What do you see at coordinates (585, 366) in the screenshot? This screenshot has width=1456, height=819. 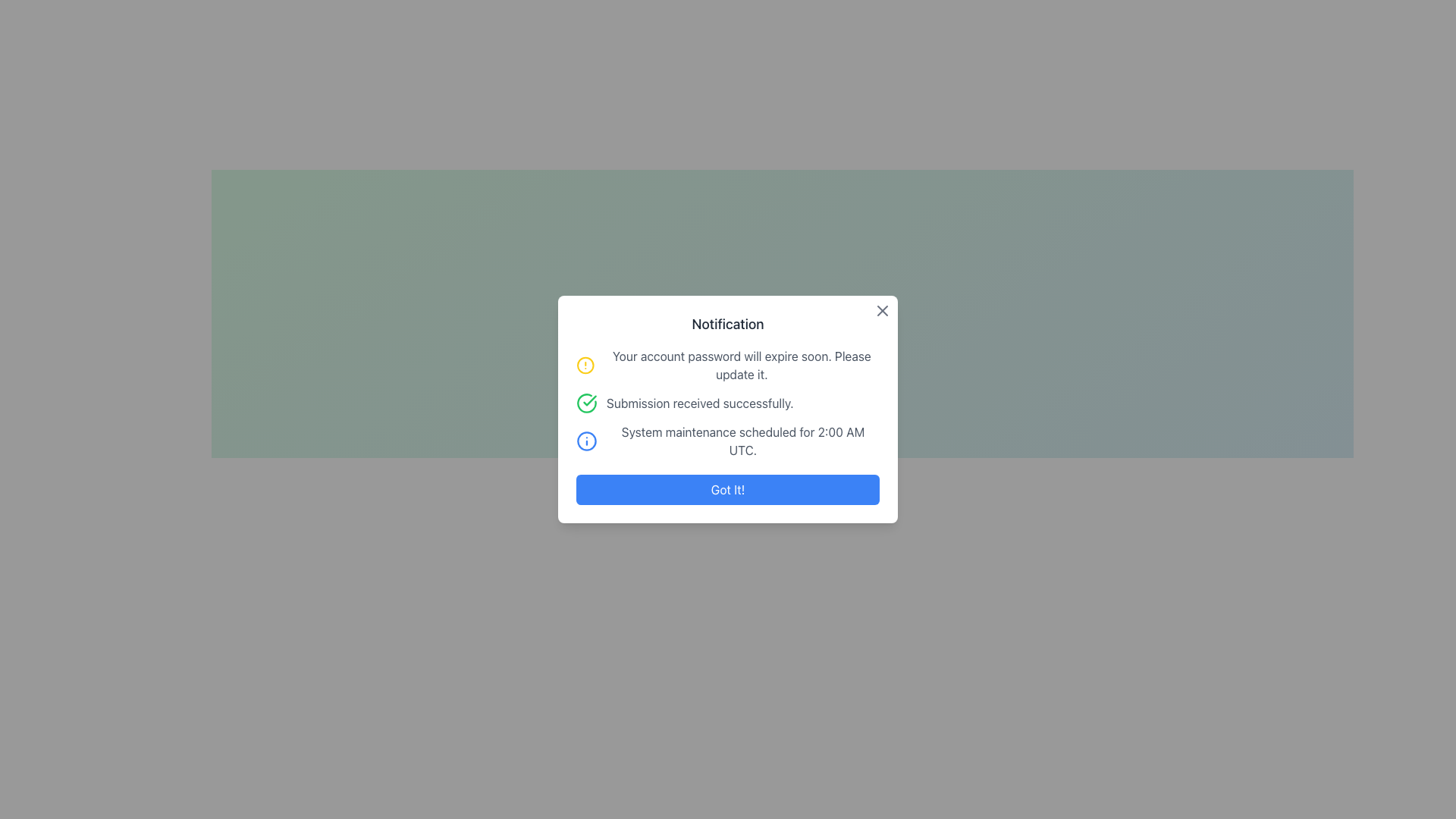 I see `the alert icon that signals a warning about the account password expiration, which is positioned to the left of the message 'Your account password will expire soon. Please update it.'` at bounding box center [585, 366].